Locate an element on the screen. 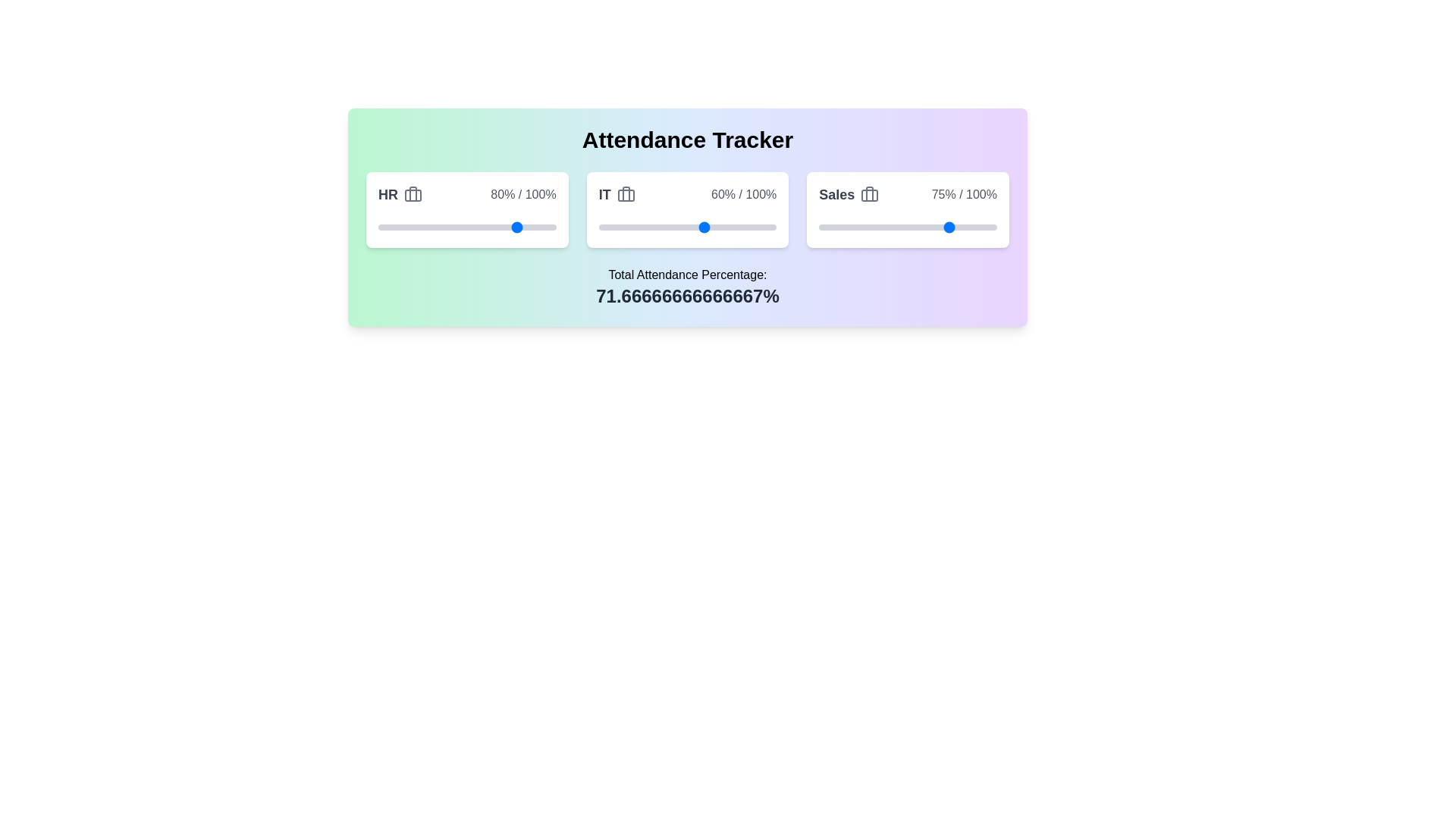  the IT attendance slider is located at coordinates (630, 227).